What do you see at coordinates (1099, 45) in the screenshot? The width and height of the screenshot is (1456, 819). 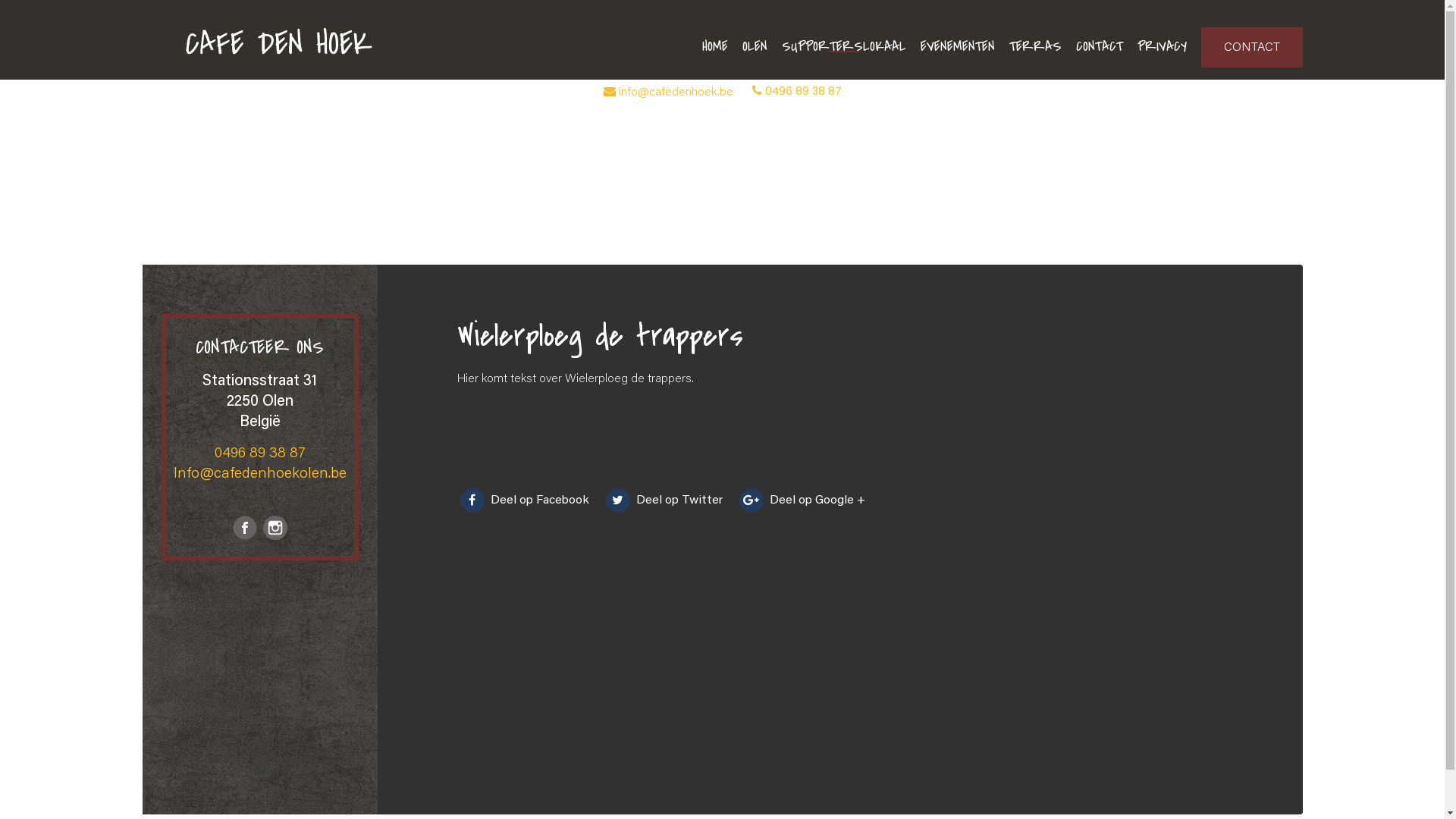 I see `'CONTACT'` at bounding box center [1099, 45].